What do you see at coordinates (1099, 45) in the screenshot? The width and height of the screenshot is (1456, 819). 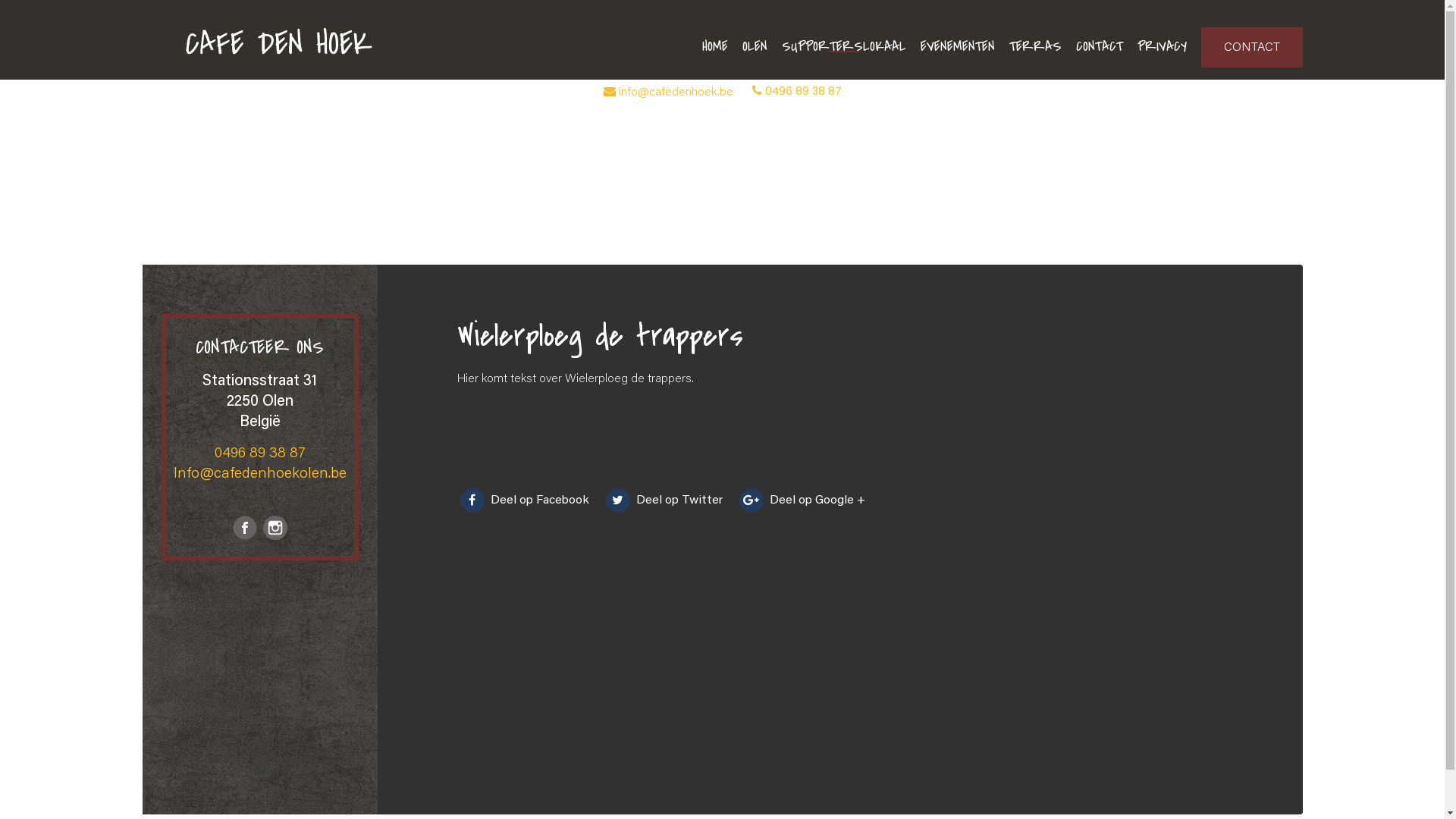 I see `'CONTACT'` at bounding box center [1099, 45].